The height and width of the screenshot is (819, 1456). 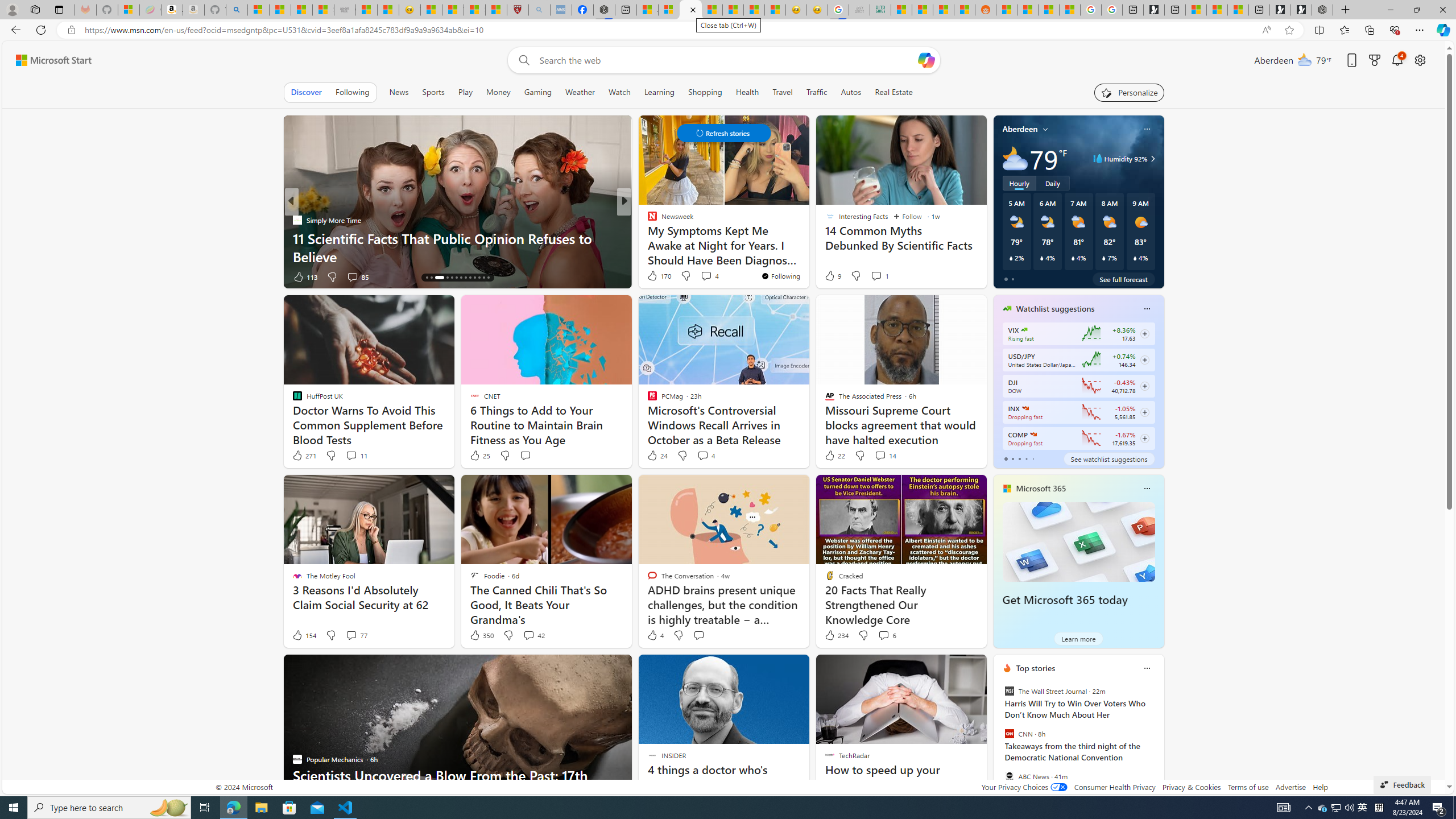 What do you see at coordinates (1008, 734) in the screenshot?
I see `'CNN'` at bounding box center [1008, 734].